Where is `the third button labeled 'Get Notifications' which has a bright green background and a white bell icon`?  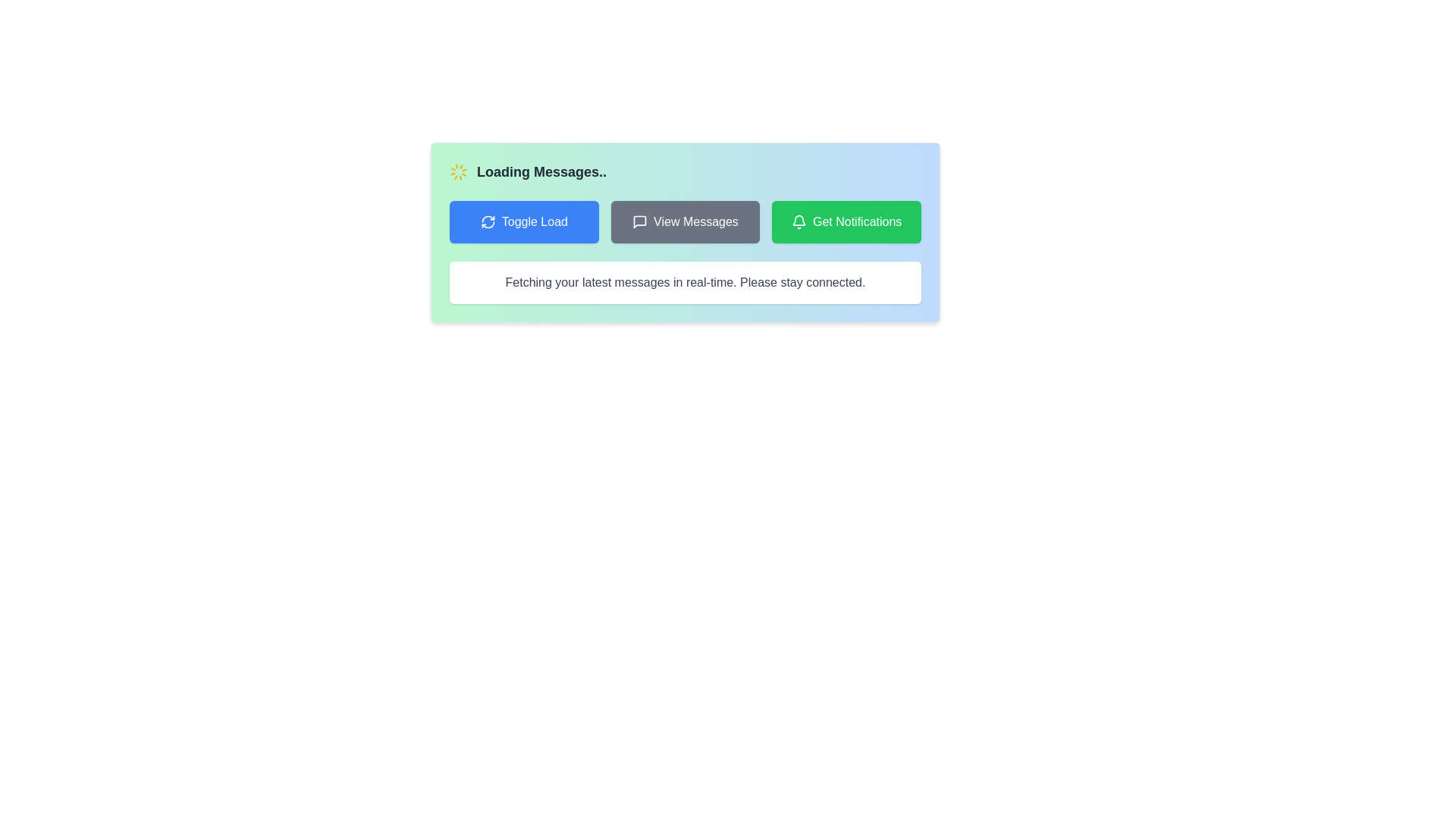 the third button labeled 'Get Notifications' which has a bright green background and a white bell icon is located at coordinates (846, 222).